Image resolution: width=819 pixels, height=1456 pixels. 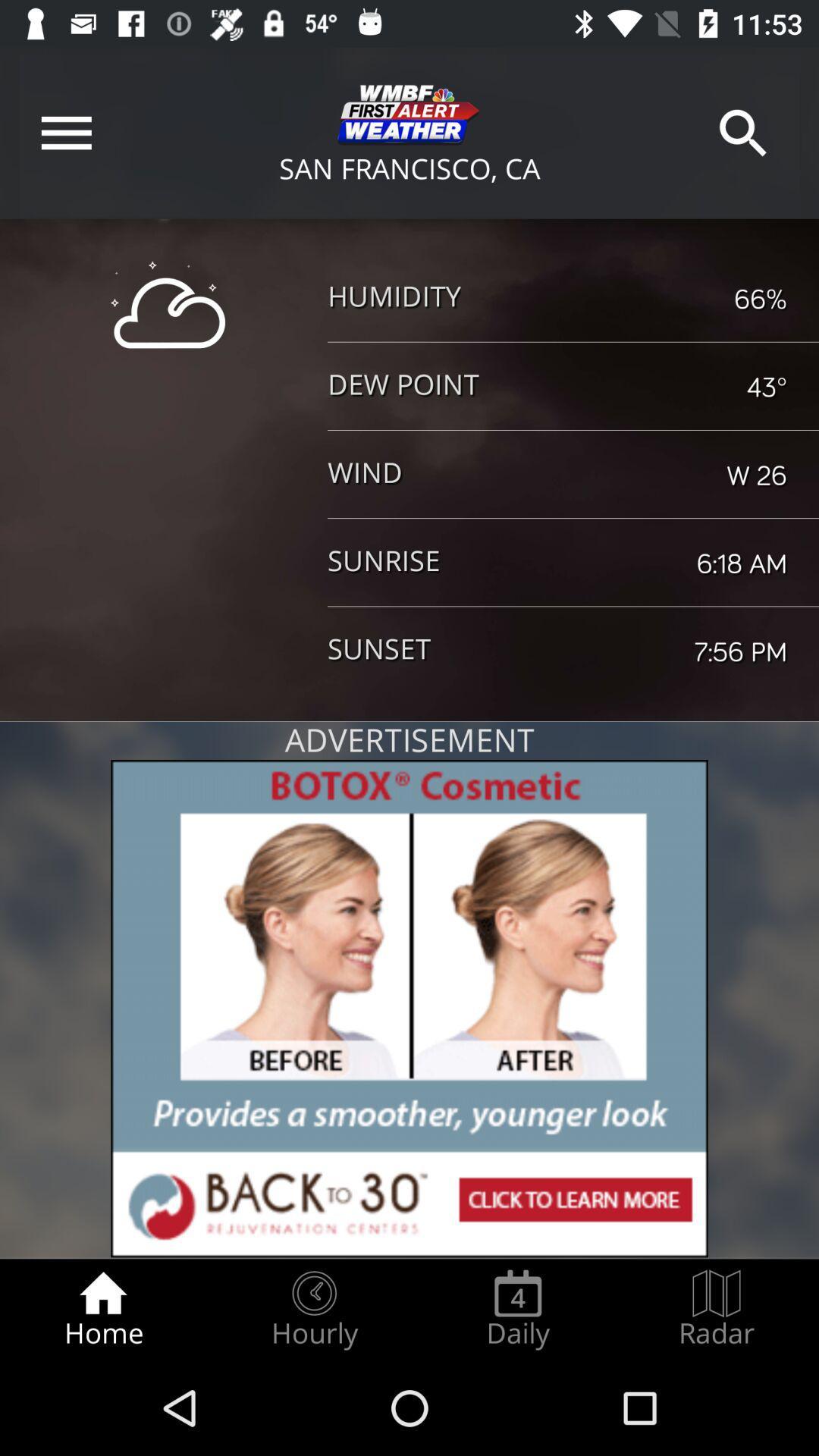 What do you see at coordinates (102, 1309) in the screenshot?
I see `home item` at bounding box center [102, 1309].